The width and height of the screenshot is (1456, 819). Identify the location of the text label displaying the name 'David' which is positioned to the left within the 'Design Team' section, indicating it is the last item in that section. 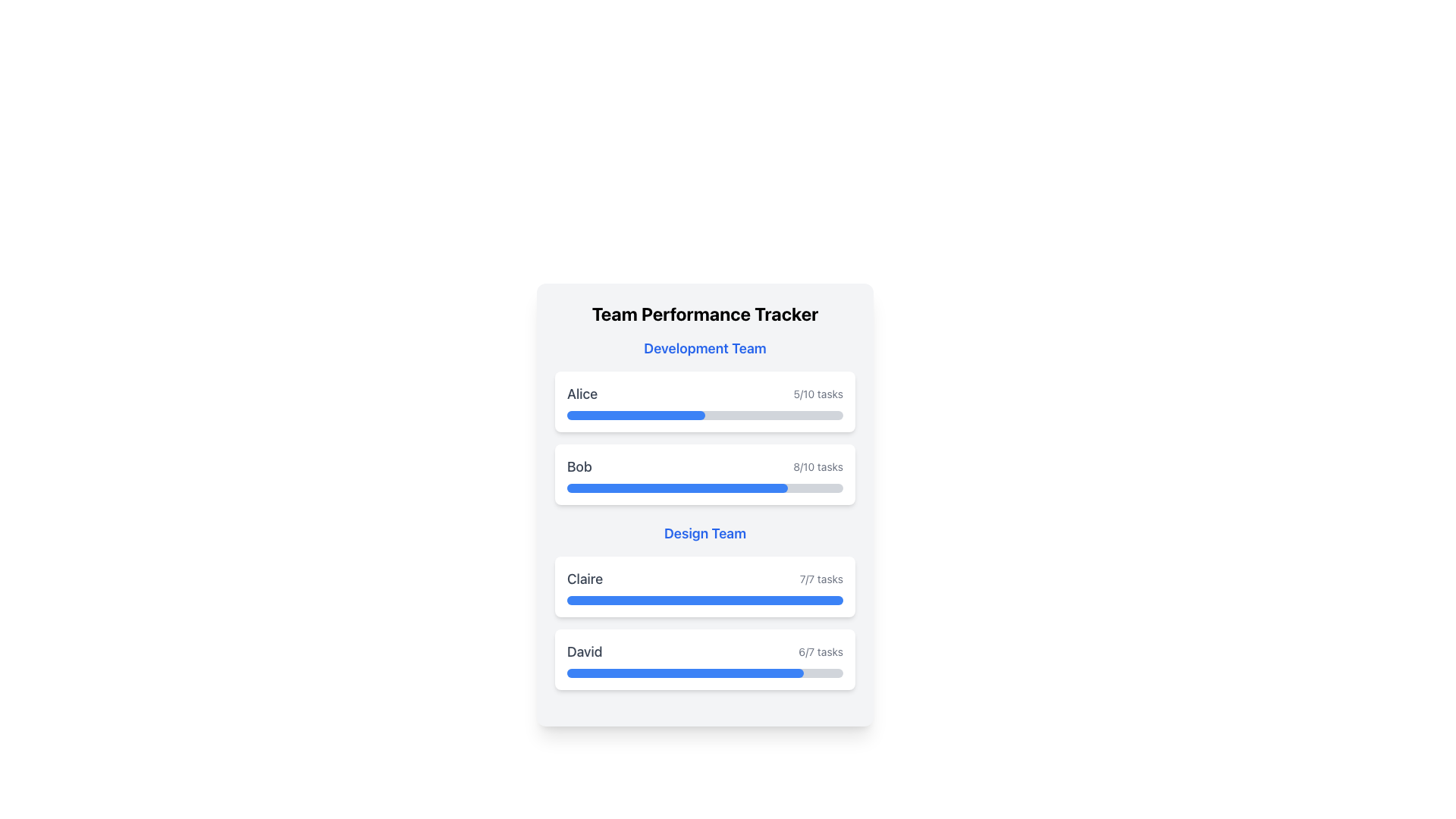
(584, 651).